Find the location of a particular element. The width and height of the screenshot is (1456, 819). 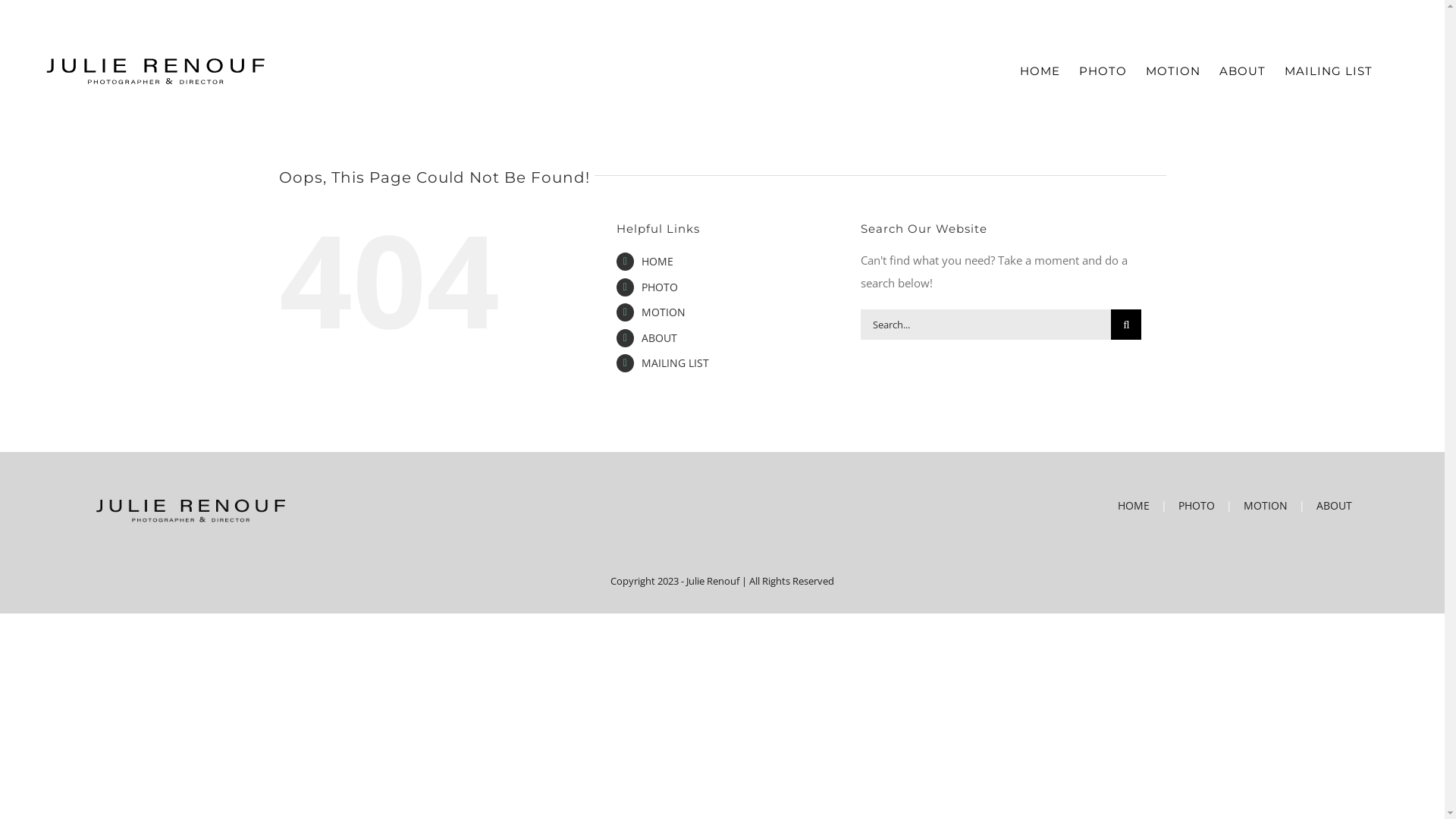

'HOME' is located at coordinates (657, 260).